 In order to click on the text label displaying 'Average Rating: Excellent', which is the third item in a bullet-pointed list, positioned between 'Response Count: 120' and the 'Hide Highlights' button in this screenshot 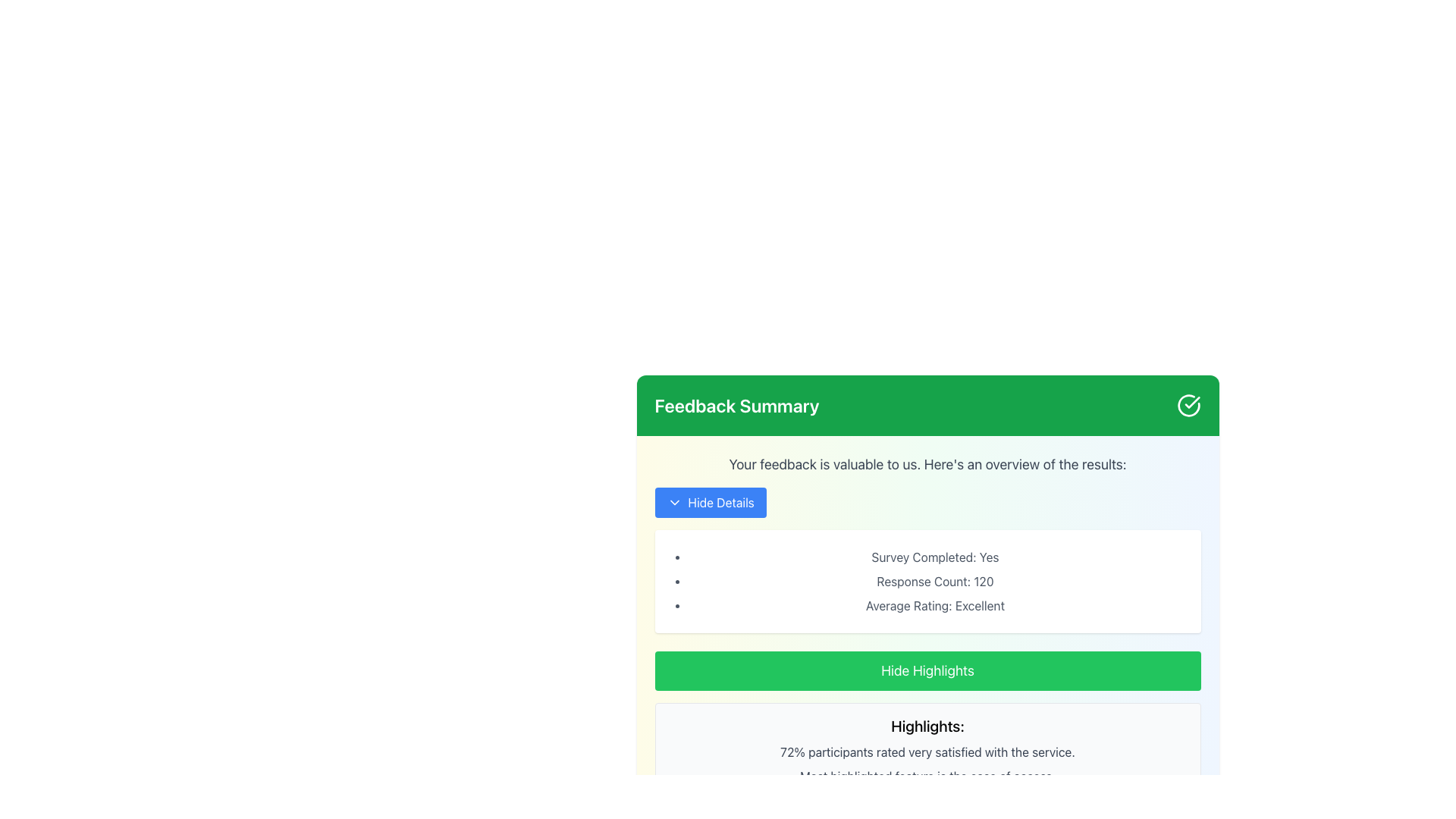, I will do `click(934, 604)`.